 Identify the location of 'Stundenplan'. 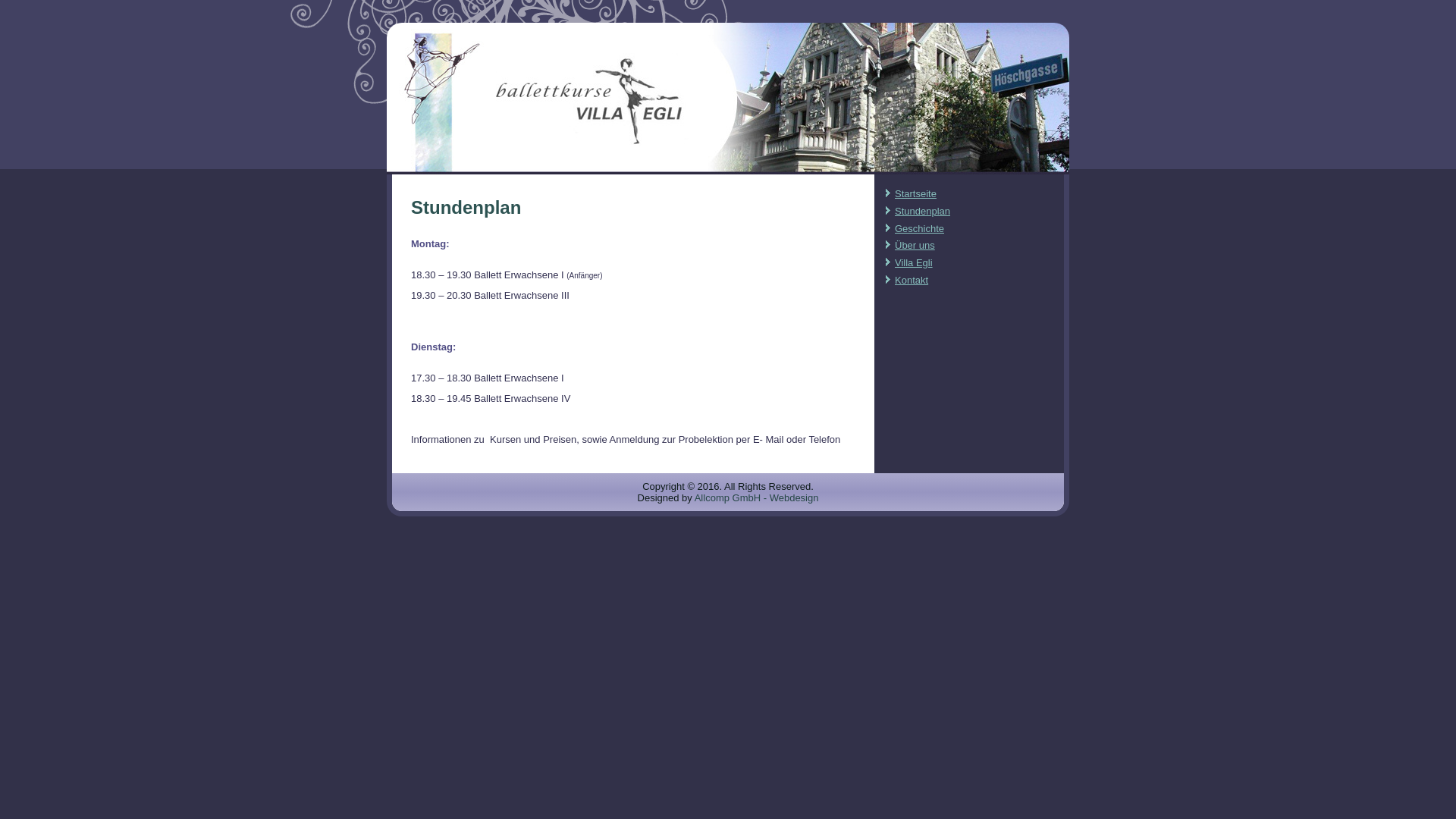
(921, 211).